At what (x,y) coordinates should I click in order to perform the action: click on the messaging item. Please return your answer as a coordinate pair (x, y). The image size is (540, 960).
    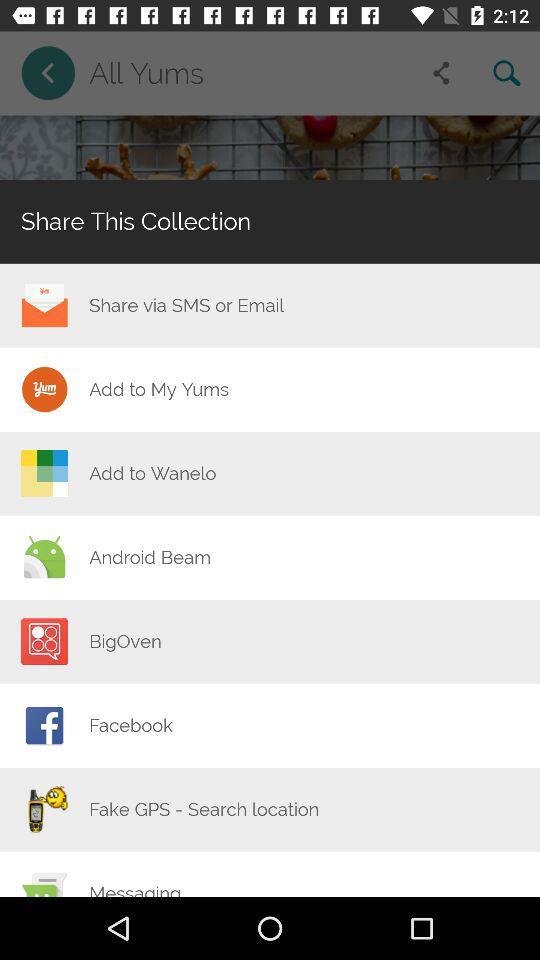
    Looking at the image, I should click on (135, 888).